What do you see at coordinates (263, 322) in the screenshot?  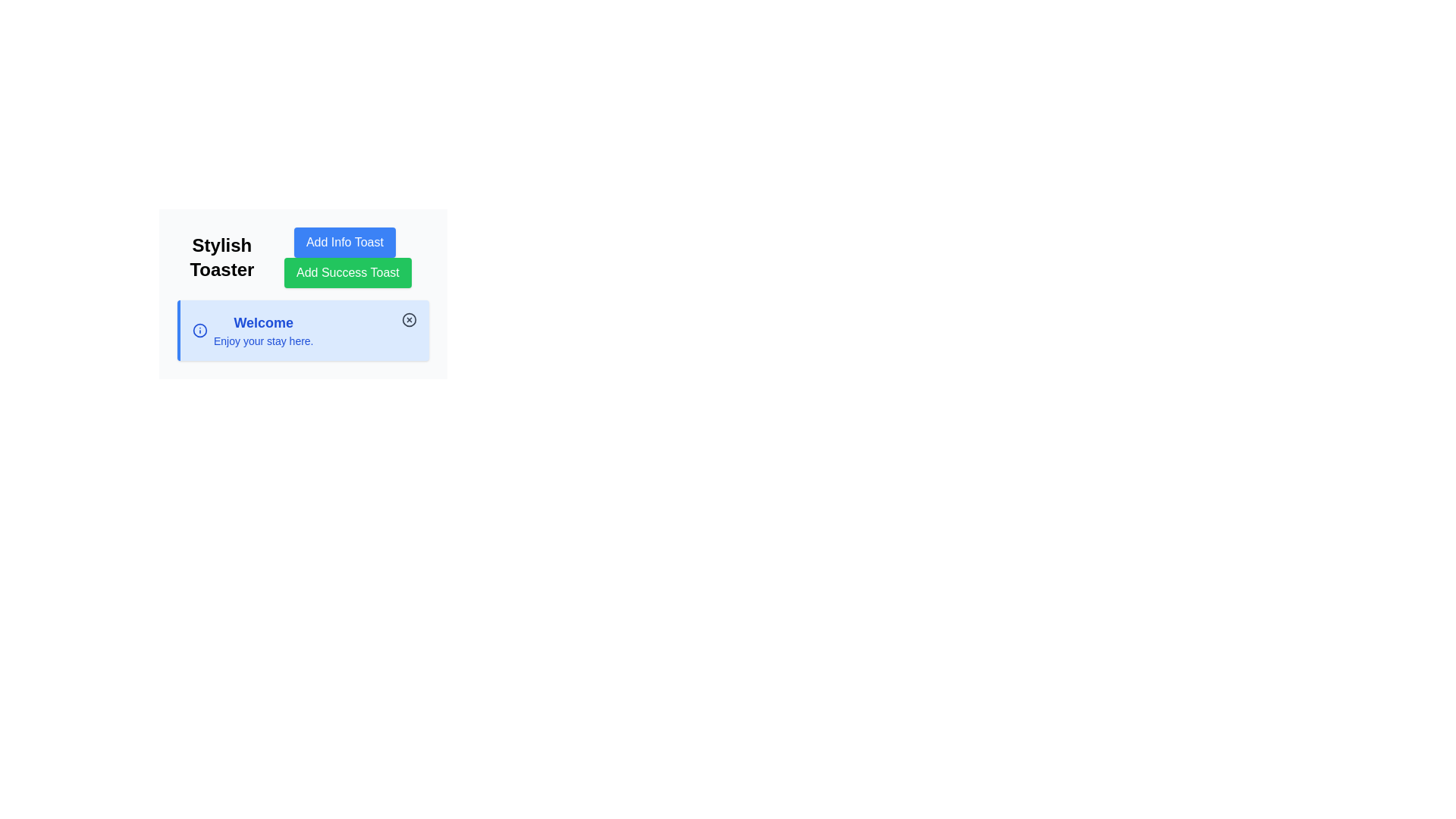 I see `the welcoming message text label that serves as the title or greeting for the section, positioned centrally above the text saying 'Enjoy your stay here.'` at bounding box center [263, 322].